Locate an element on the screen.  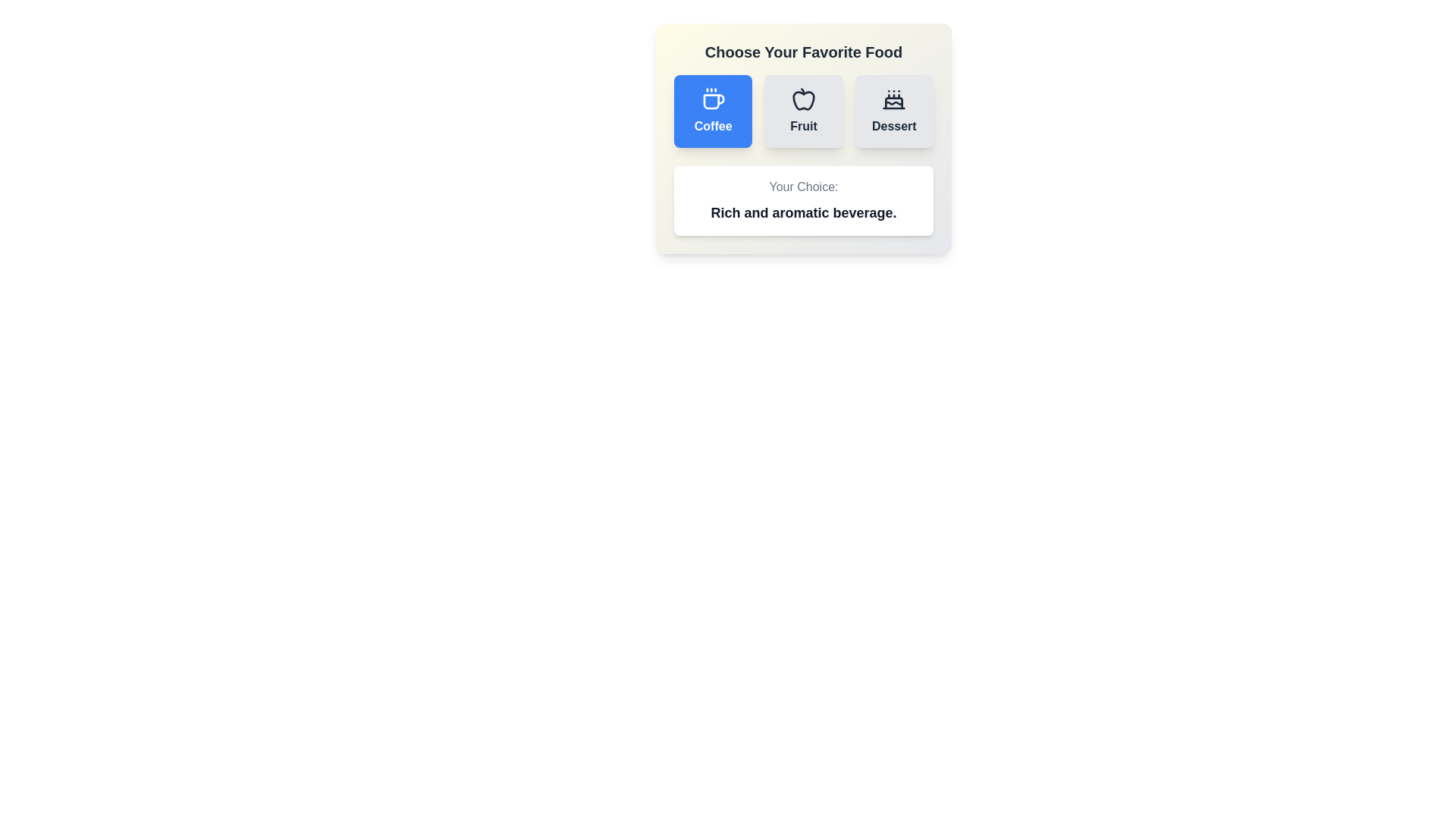
the food option Fruit is located at coordinates (803, 110).